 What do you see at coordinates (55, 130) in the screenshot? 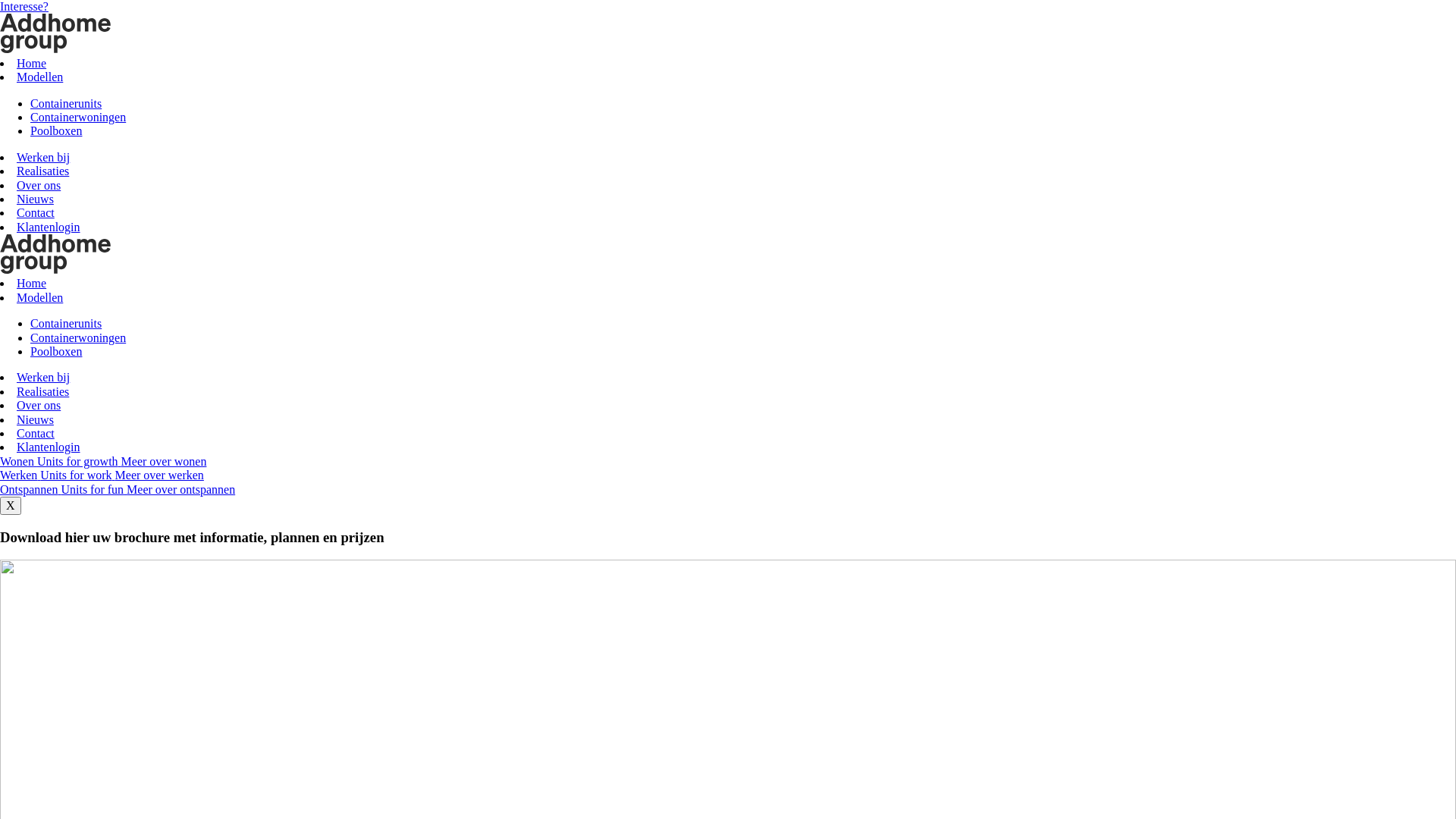
I see `'Poolboxen'` at bounding box center [55, 130].